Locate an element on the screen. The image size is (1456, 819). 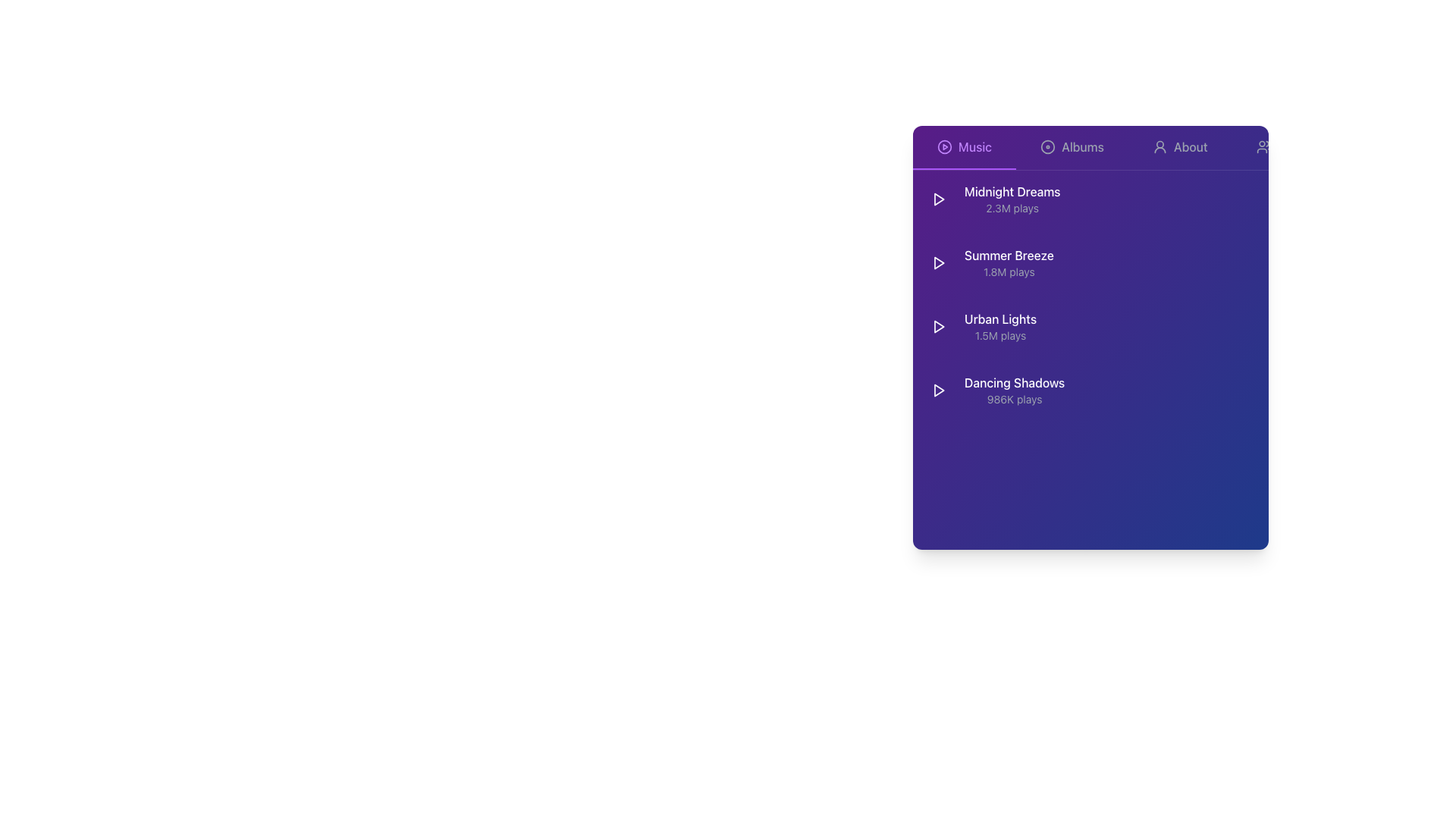
the navigation bar is located at coordinates (1090, 148).